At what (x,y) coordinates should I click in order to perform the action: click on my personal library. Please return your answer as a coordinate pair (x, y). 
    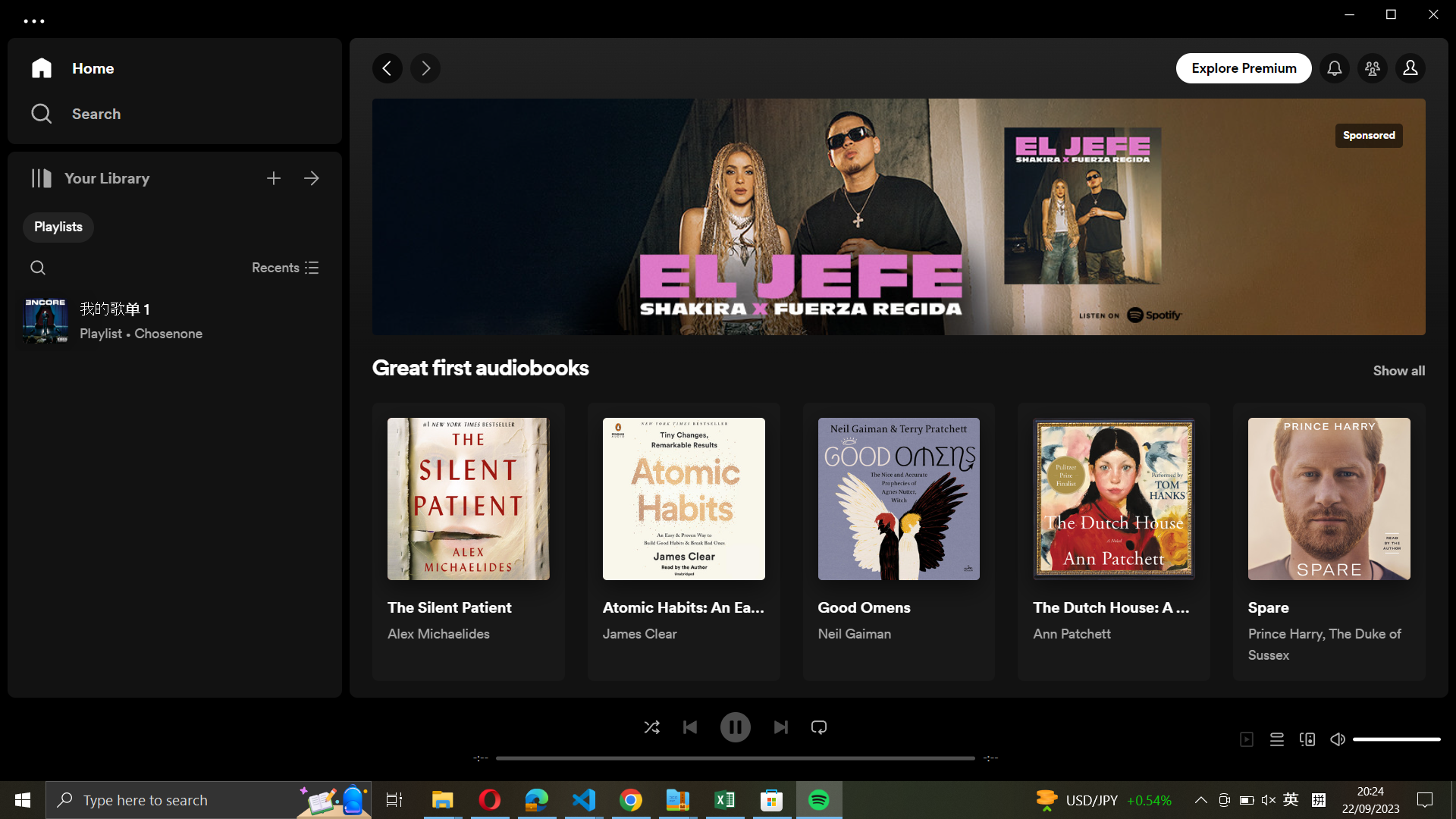
    Looking at the image, I should click on (312, 175).